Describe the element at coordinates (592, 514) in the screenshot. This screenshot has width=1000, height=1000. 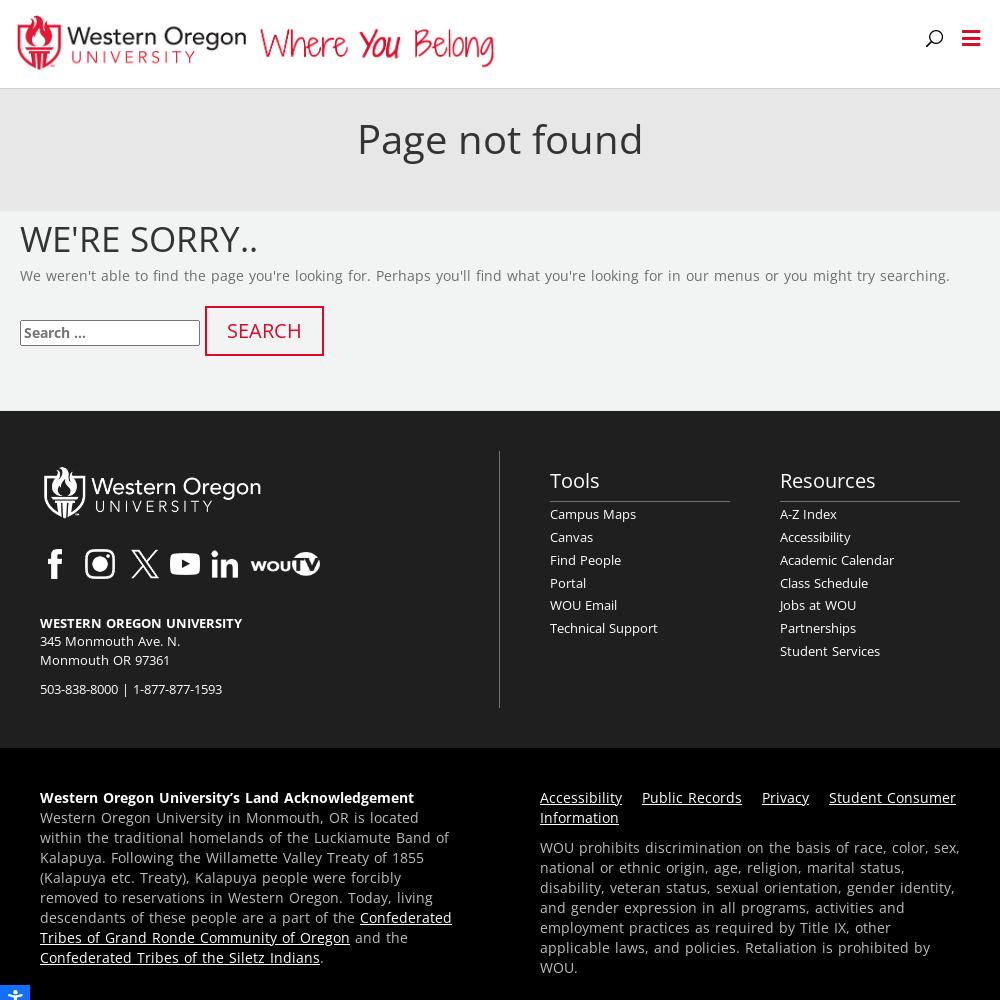
I see `'Campus Maps'` at that location.